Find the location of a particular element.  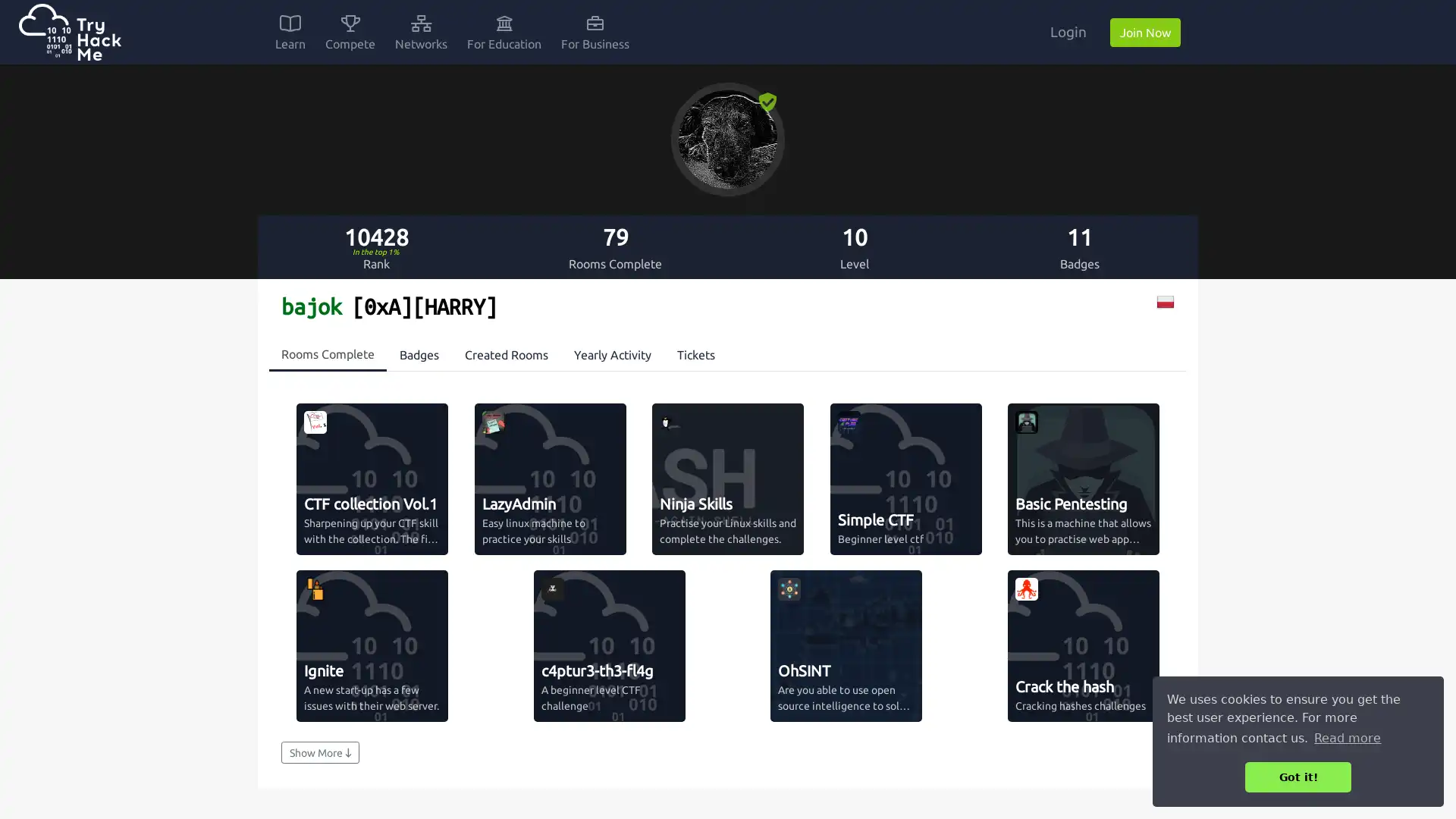

learn more about cookies is located at coordinates (1347, 737).